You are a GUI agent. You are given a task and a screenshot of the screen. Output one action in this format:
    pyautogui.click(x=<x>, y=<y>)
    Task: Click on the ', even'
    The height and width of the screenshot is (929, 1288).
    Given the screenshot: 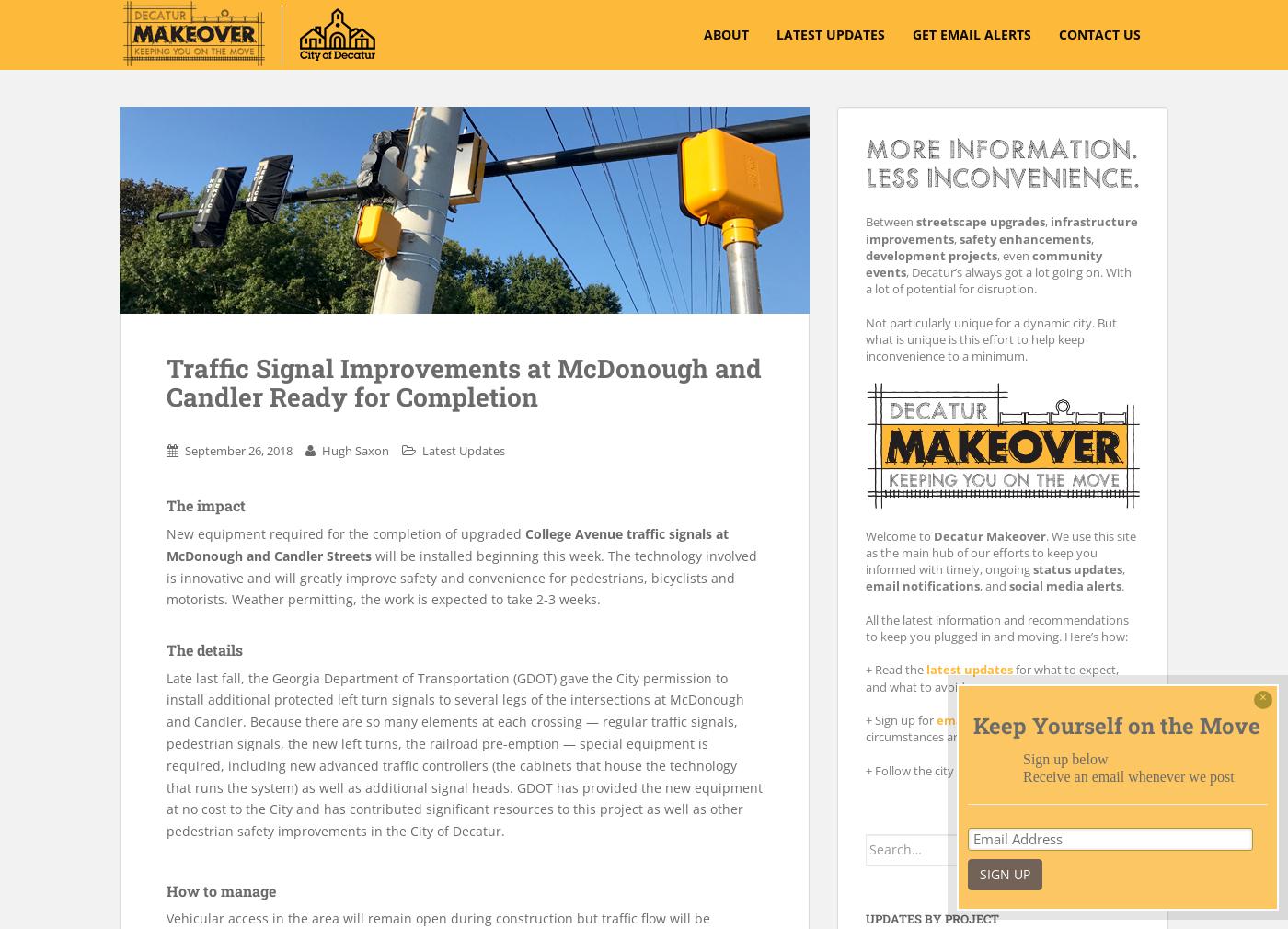 What is the action you would take?
    pyautogui.click(x=997, y=255)
    